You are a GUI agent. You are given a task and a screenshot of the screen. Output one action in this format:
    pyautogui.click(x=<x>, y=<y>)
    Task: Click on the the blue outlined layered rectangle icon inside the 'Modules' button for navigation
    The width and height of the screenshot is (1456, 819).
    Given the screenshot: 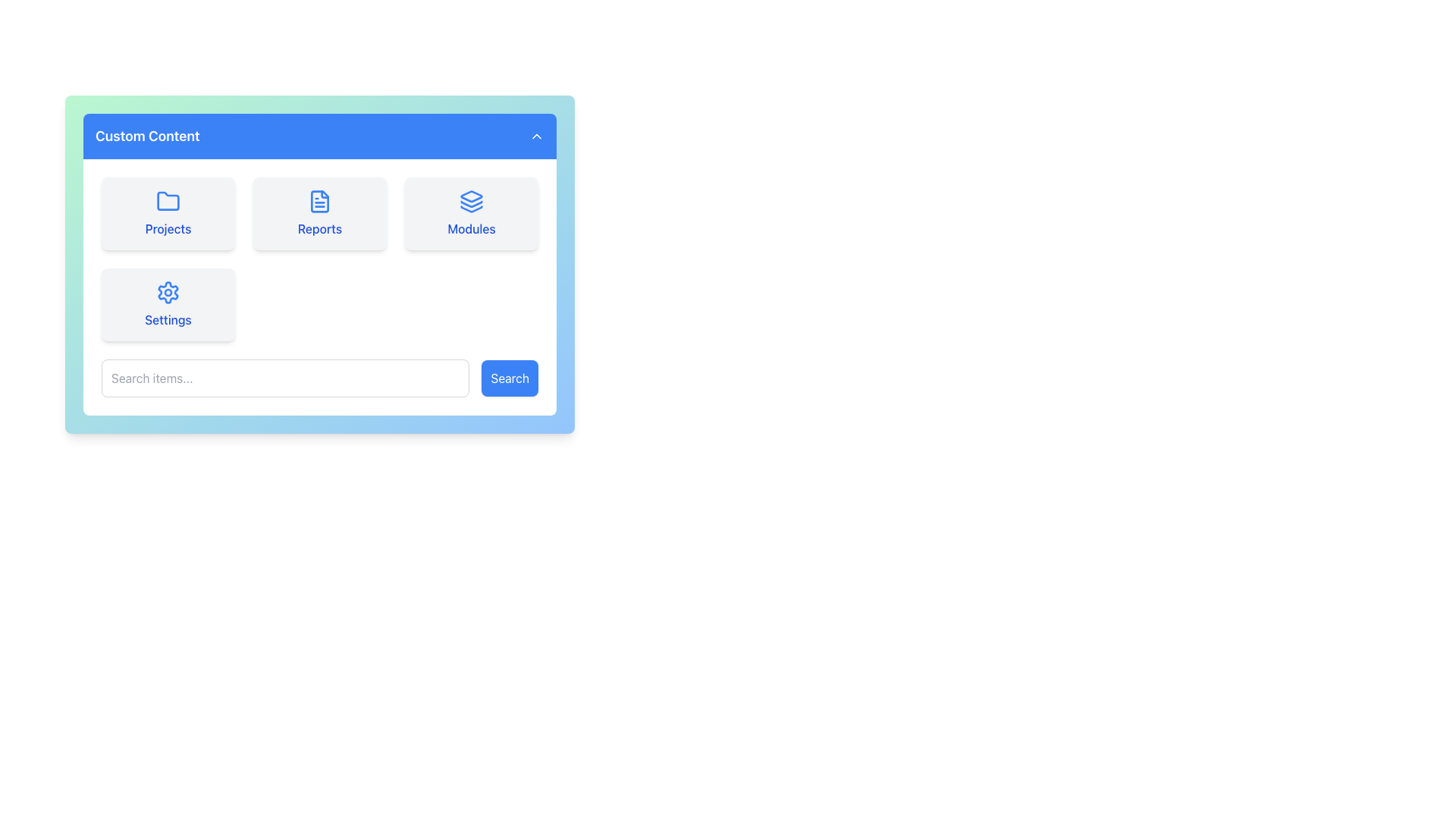 What is the action you would take?
    pyautogui.click(x=471, y=195)
    